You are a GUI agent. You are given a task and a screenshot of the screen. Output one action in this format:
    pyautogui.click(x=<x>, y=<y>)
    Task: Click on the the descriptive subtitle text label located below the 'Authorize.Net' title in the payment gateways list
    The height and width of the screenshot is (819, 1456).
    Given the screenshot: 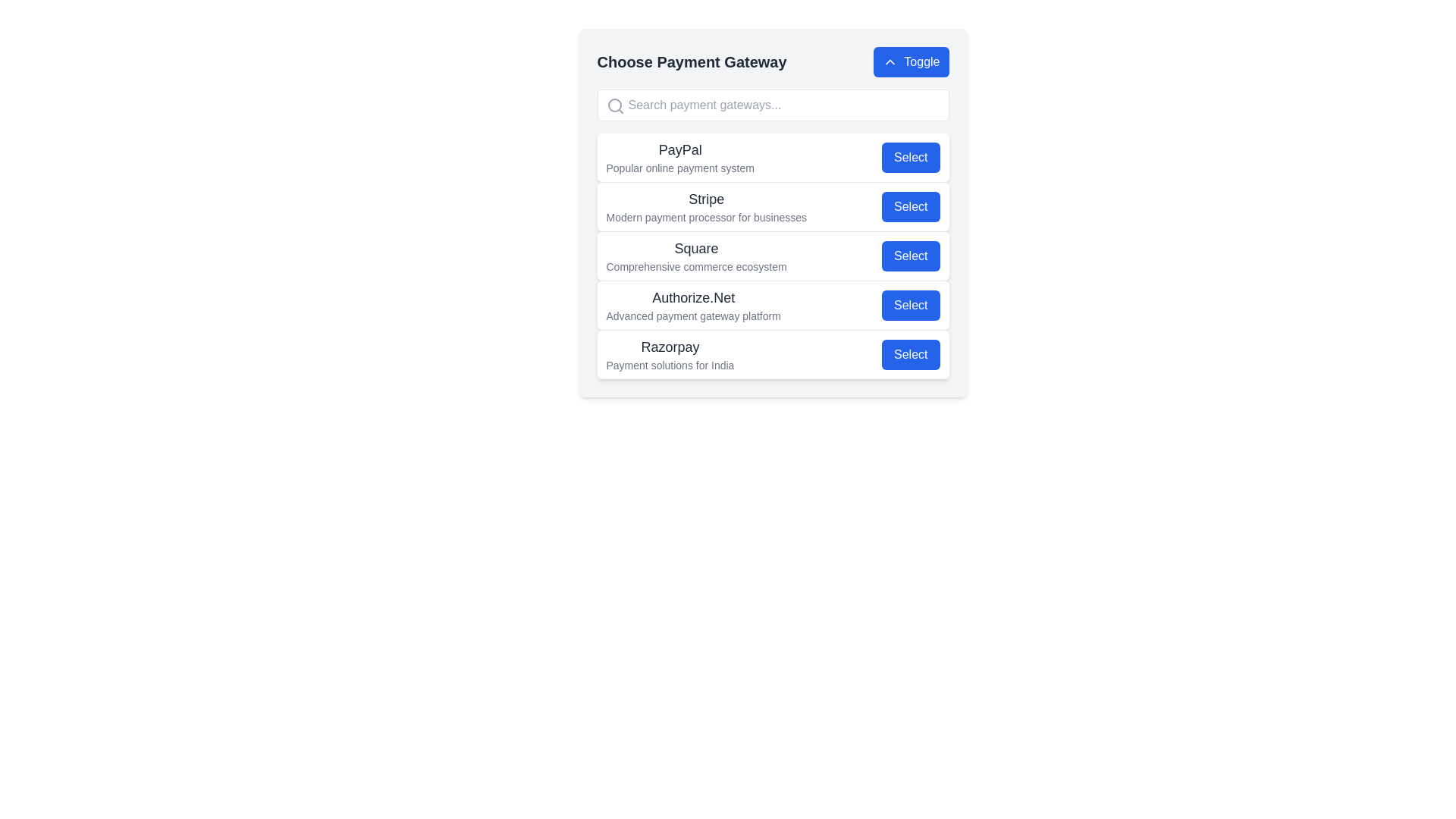 What is the action you would take?
    pyautogui.click(x=692, y=315)
    